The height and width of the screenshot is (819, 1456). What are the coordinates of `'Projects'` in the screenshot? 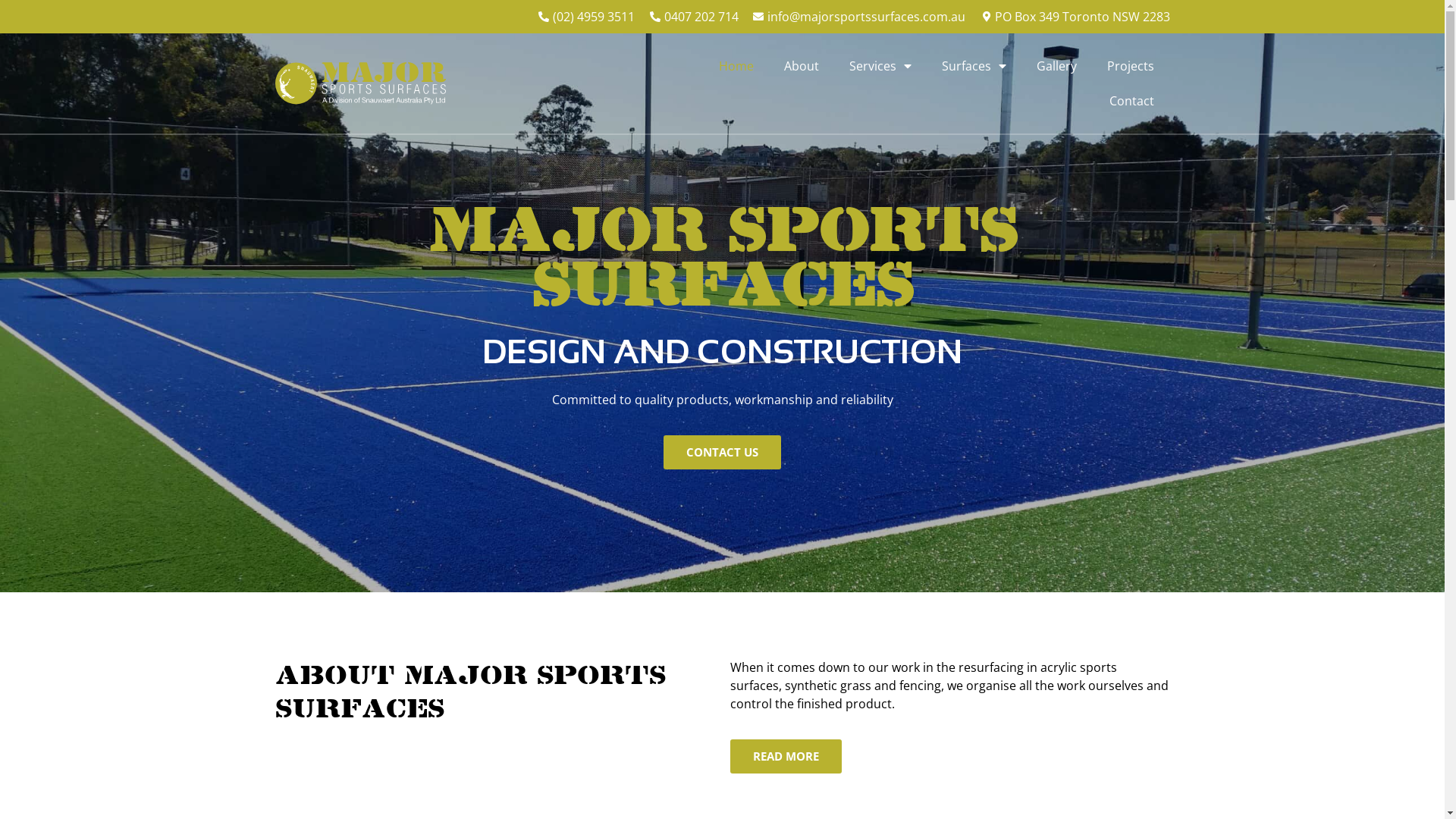 It's located at (1131, 65).